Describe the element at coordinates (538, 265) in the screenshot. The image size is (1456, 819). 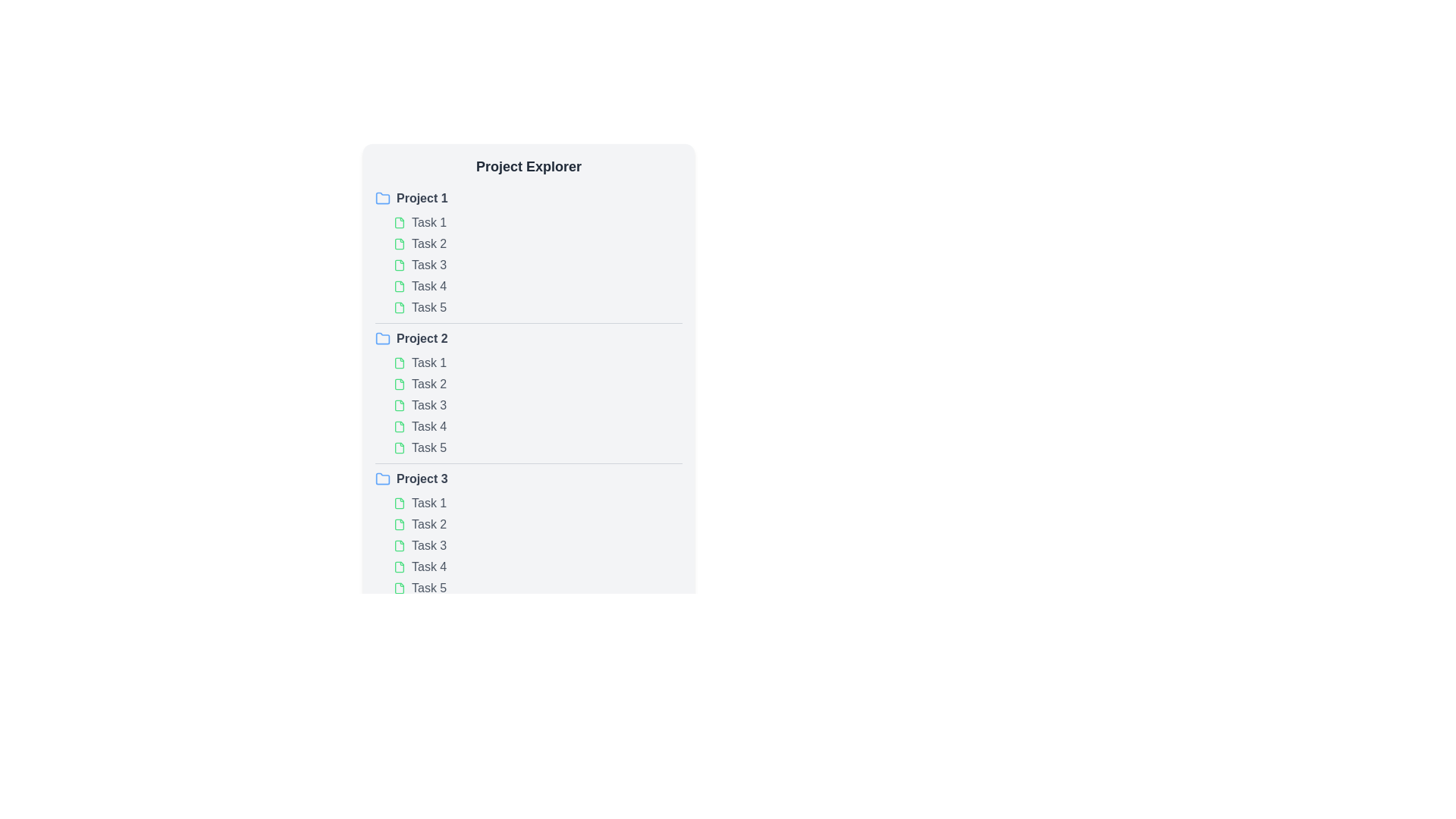
I see `the 'Task 3' item in the vertically aligned list of tasks labeled 'Task 1' through 'Task 5' located in the 'Project 1' section of the 'Project Explorer'` at that location.